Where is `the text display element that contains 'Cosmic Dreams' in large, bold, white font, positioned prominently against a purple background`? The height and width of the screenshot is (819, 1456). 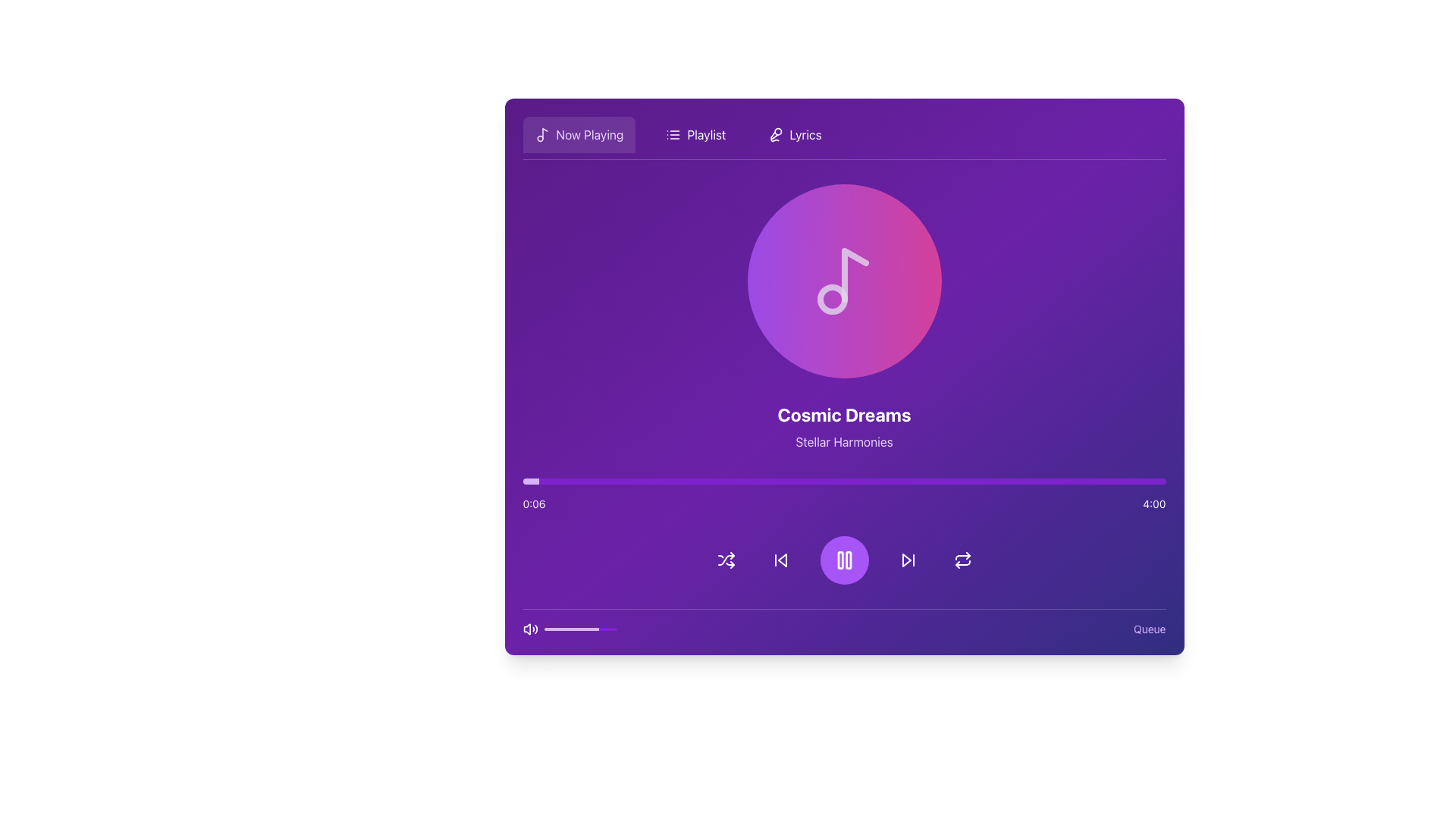
the text display element that contains 'Cosmic Dreams' in large, bold, white font, positioned prominently against a purple background is located at coordinates (843, 415).